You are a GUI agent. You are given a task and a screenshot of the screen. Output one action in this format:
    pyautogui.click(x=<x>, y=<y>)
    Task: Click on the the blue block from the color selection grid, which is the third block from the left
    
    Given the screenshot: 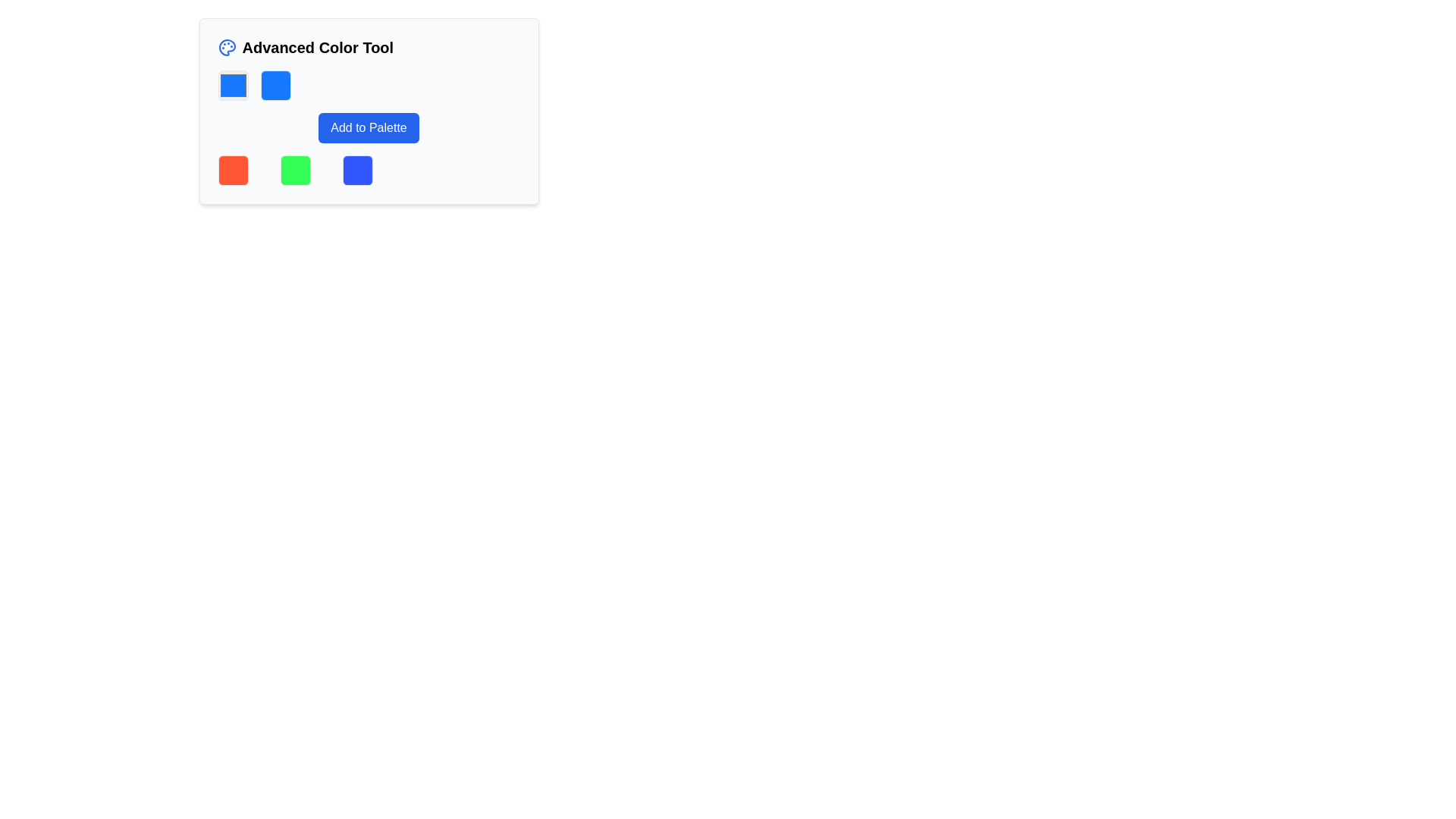 What is the action you would take?
    pyautogui.click(x=369, y=170)
    